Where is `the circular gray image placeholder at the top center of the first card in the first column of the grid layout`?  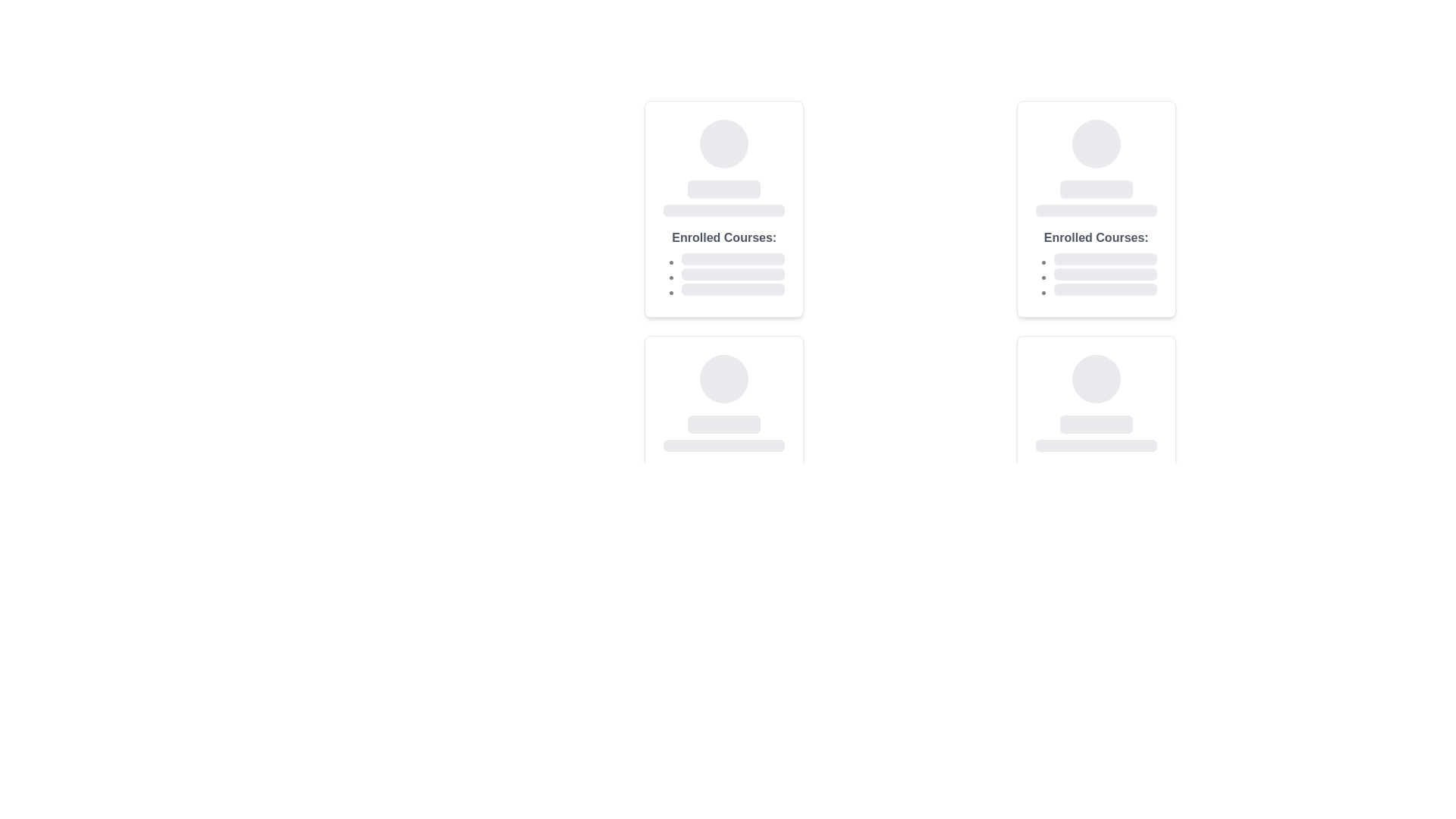
the circular gray image placeholder at the top center of the first card in the first column of the grid layout is located at coordinates (723, 143).